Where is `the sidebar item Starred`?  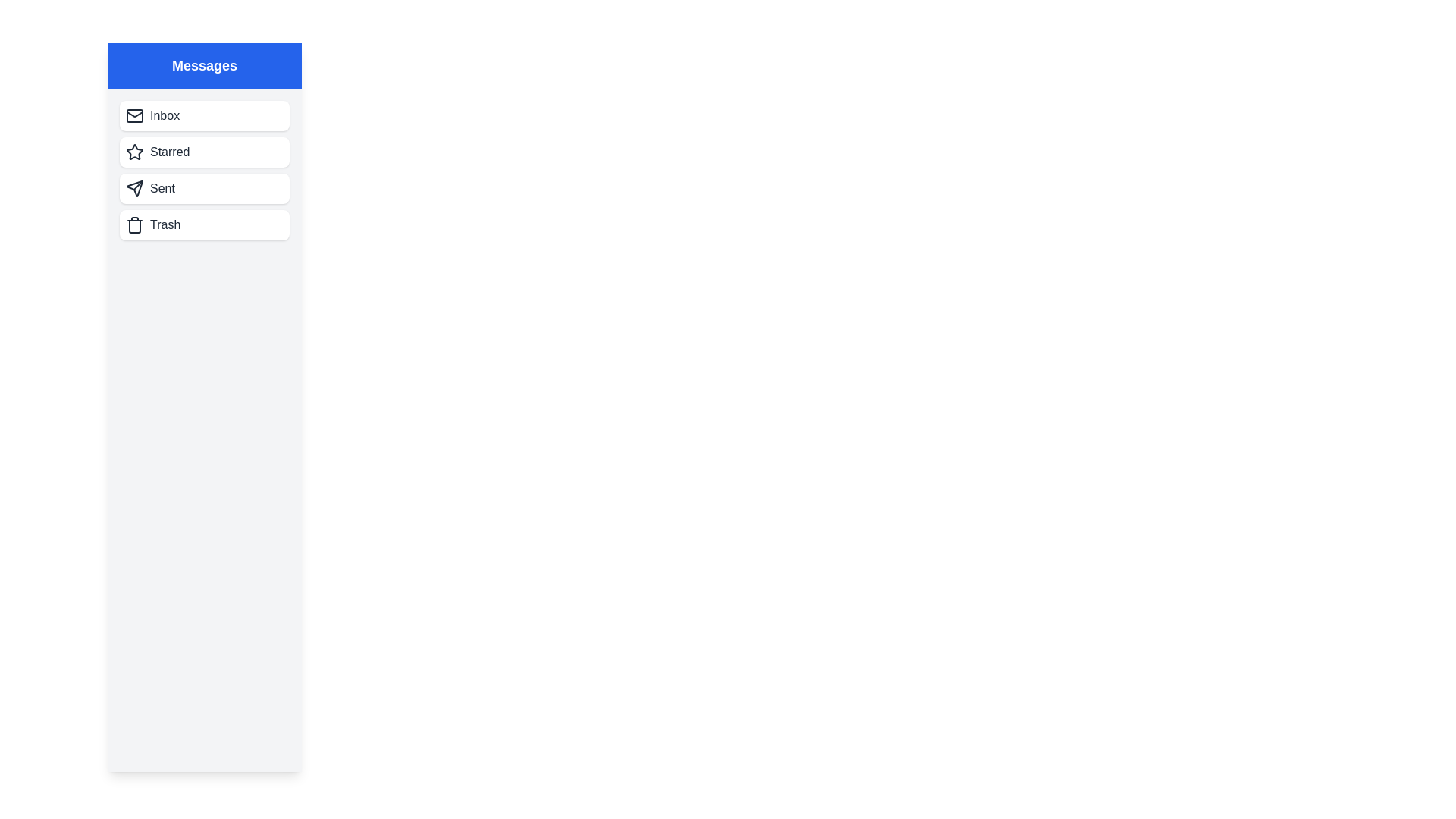
the sidebar item Starred is located at coordinates (203, 152).